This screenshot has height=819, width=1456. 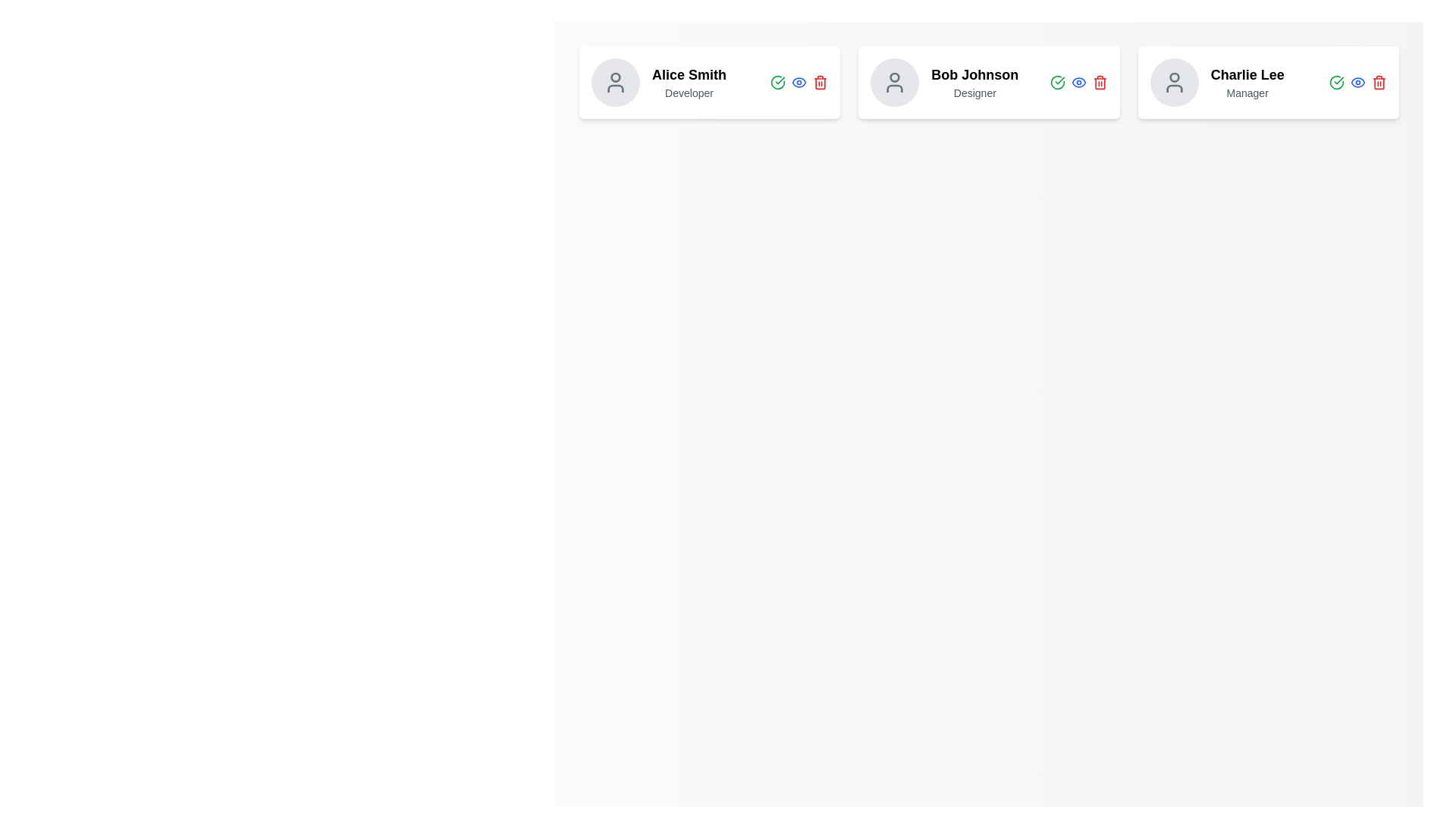 I want to click on displayed text from the text component showing the name 'Alice Smith' in bold and the title 'Developer' beneath it, so click(x=688, y=82).